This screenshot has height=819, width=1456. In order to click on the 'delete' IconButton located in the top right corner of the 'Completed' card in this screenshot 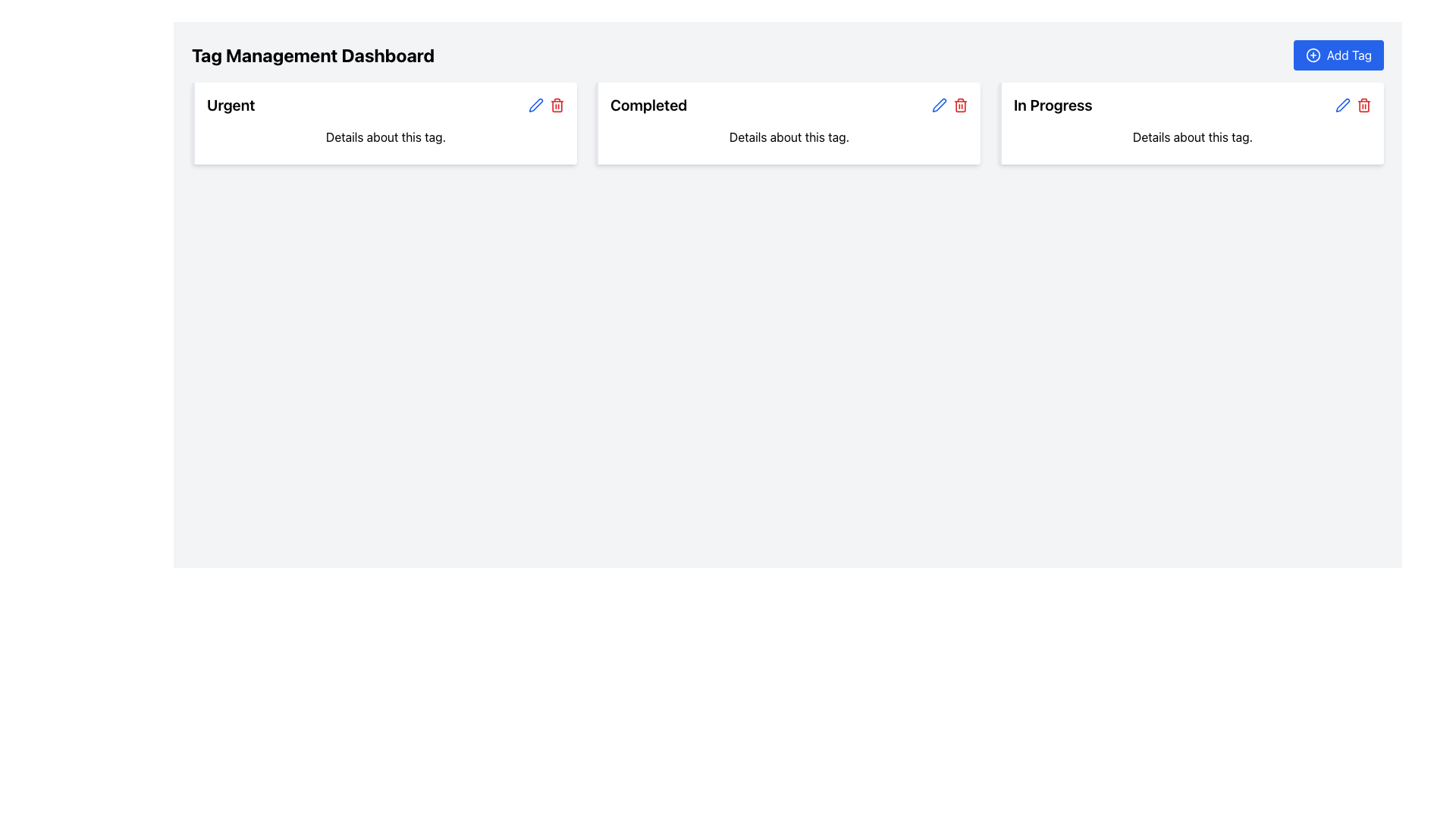, I will do `click(960, 104)`.